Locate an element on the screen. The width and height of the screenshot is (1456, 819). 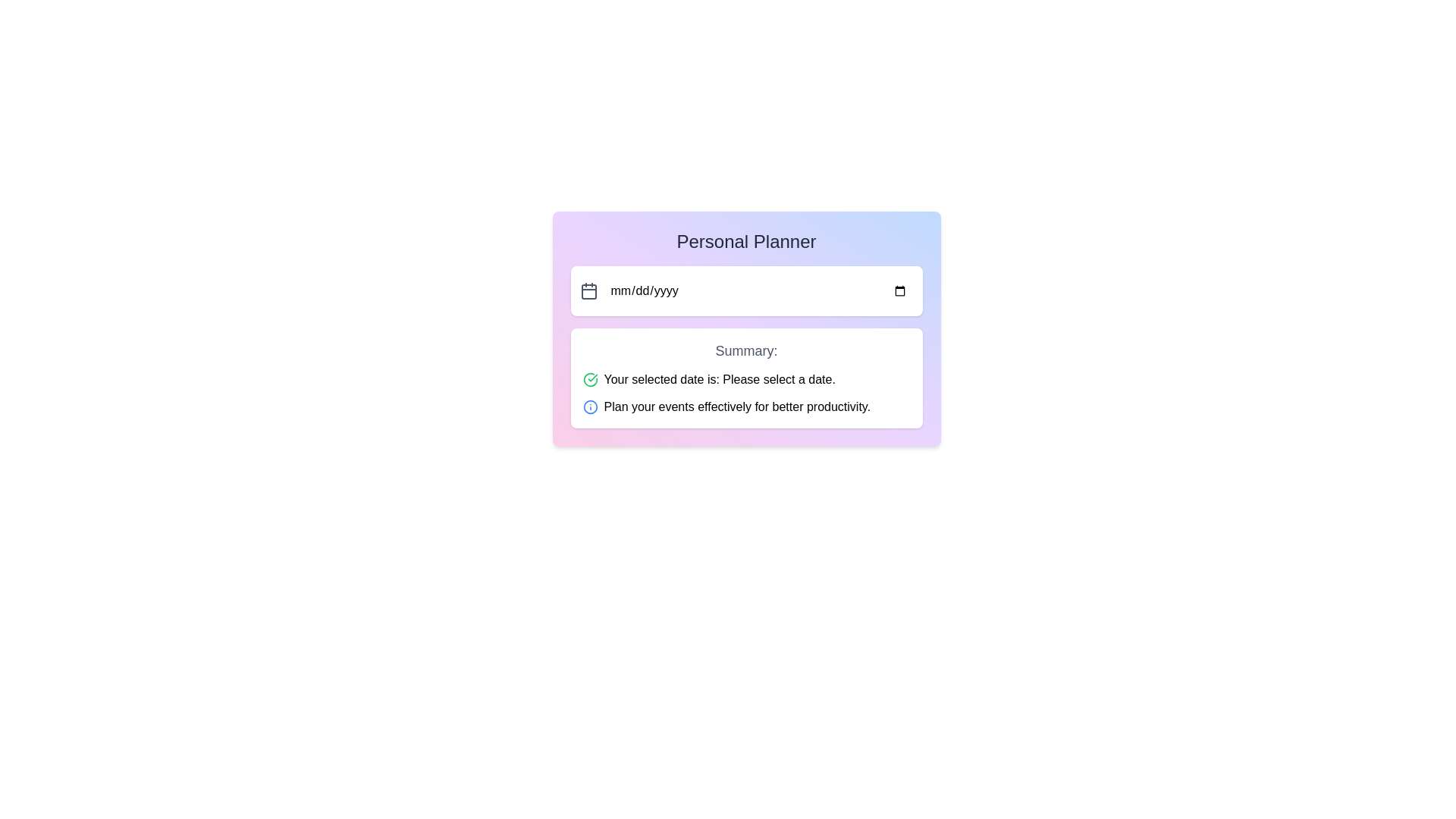
the icon located to the left of the text 'Plan your events effectively for better productivity.' in the summary feedback section is located at coordinates (589, 406).